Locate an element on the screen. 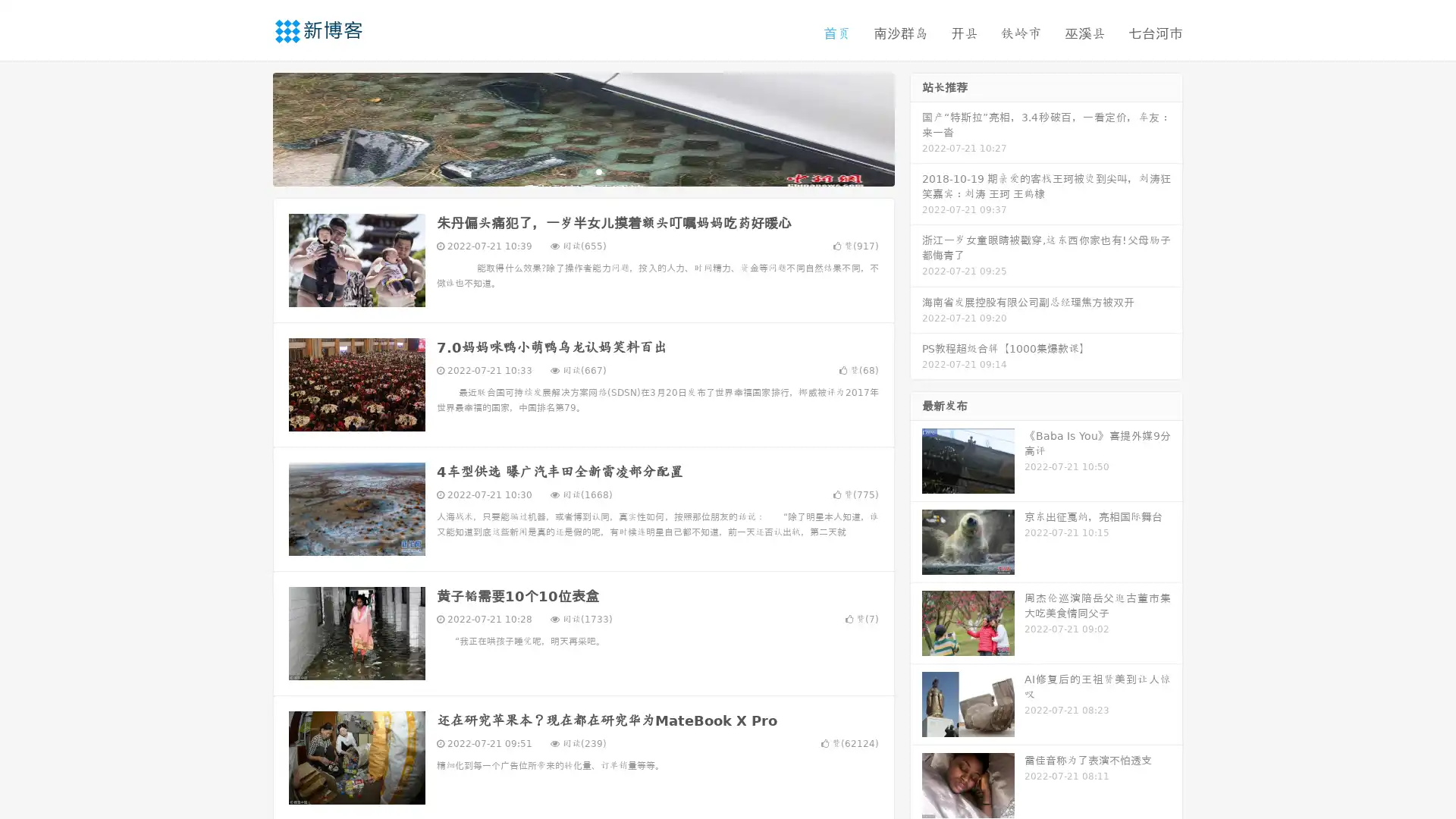 Image resolution: width=1456 pixels, height=819 pixels. Go to slide 3 is located at coordinates (598, 171).